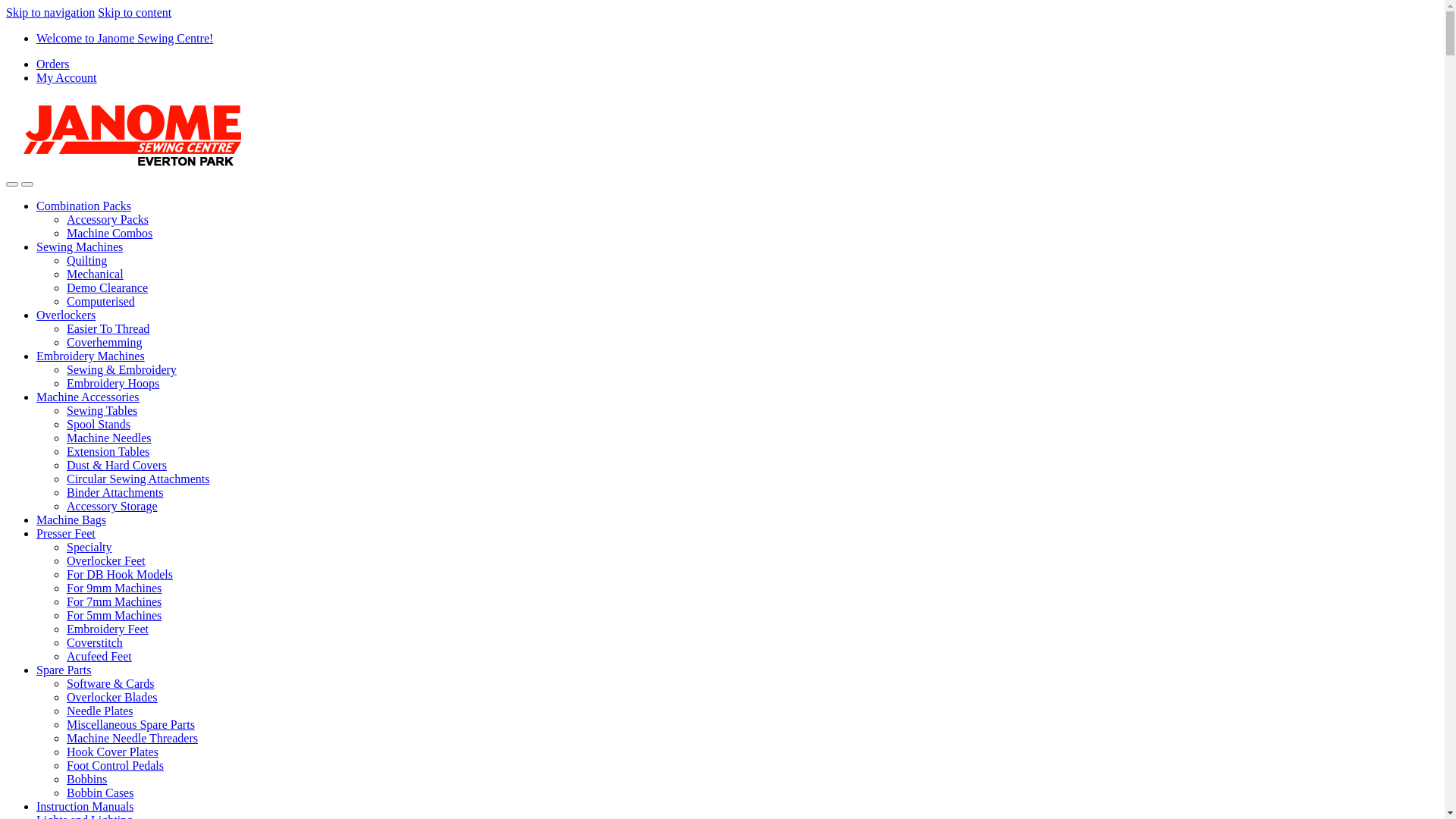  Describe the element at coordinates (65, 77) in the screenshot. I see `'My Account'` at that location.